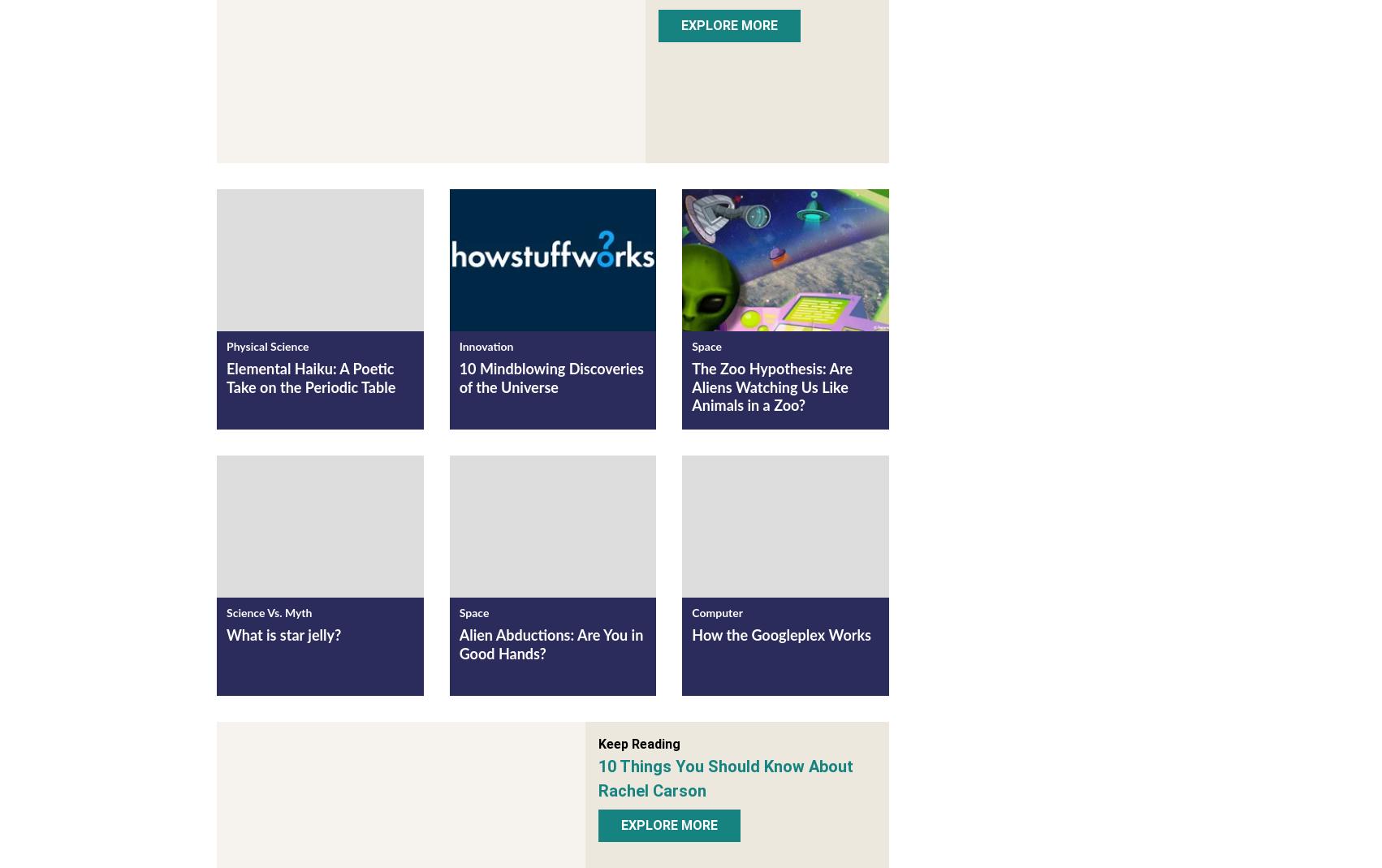 Image resolution: width=1382 pixels, height=868 pixels. I want to click on 'Elemental Haiku: A Poetic Take on the Periodic Table', so click(310, 382).